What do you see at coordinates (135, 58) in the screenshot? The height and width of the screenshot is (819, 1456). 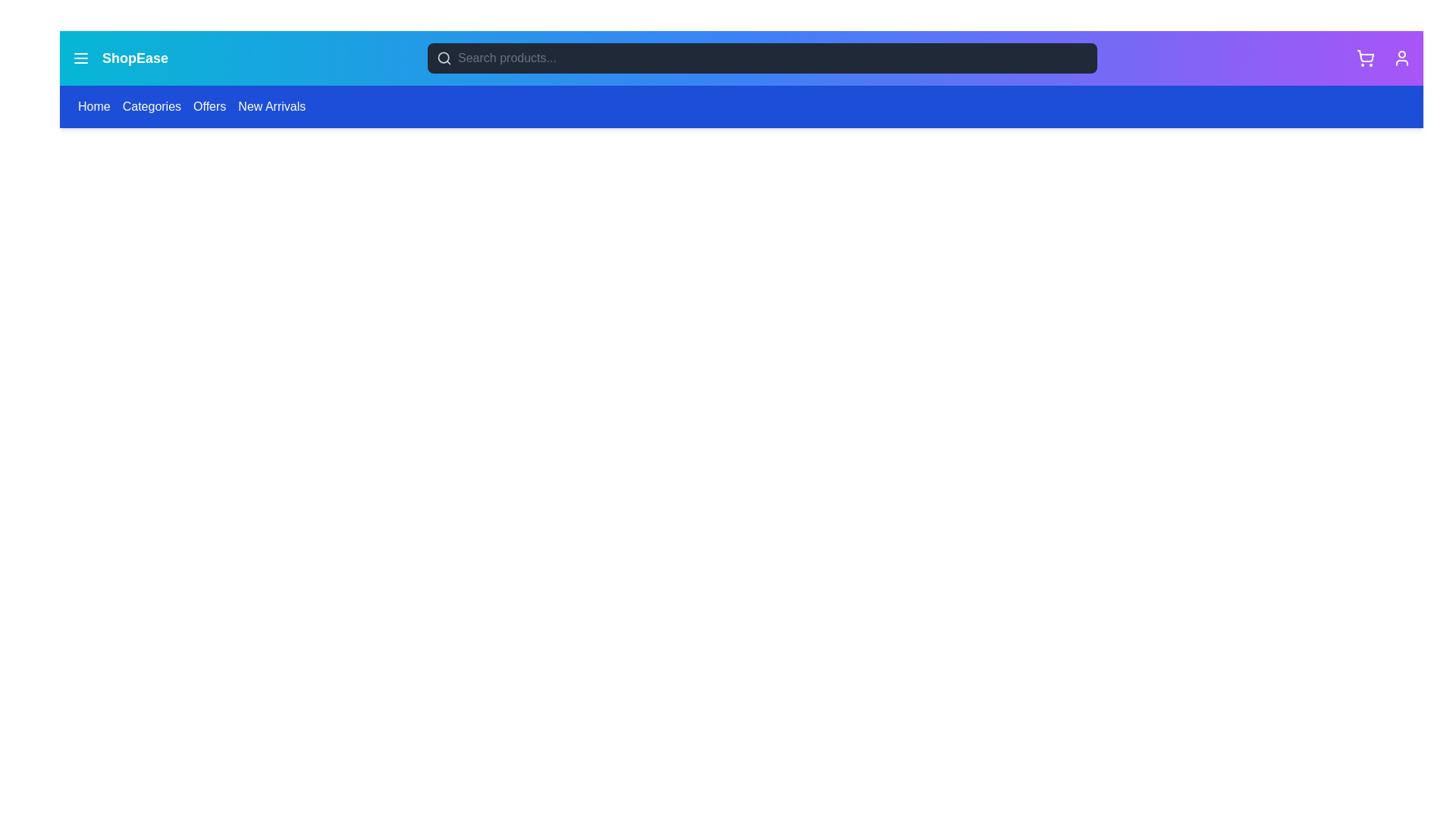 I see `the 'ShopEase' text label, which serves as the brand logo in the navigation bar, positioned to the right of the menu icon` at bounding box center [135, 58].